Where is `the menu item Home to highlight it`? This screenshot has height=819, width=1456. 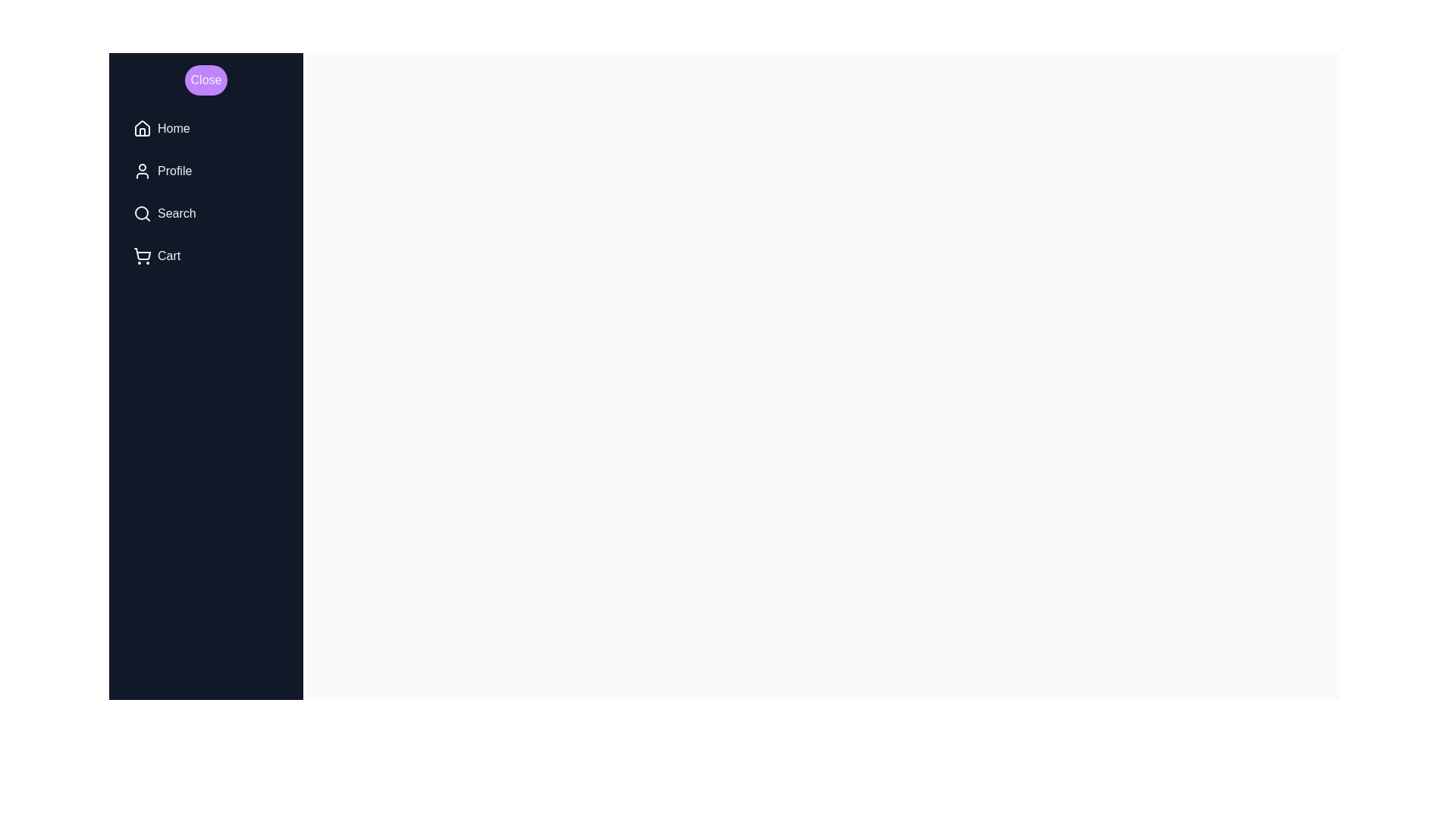
the menu item Home to highlight it is located at coordinates (206, 127).